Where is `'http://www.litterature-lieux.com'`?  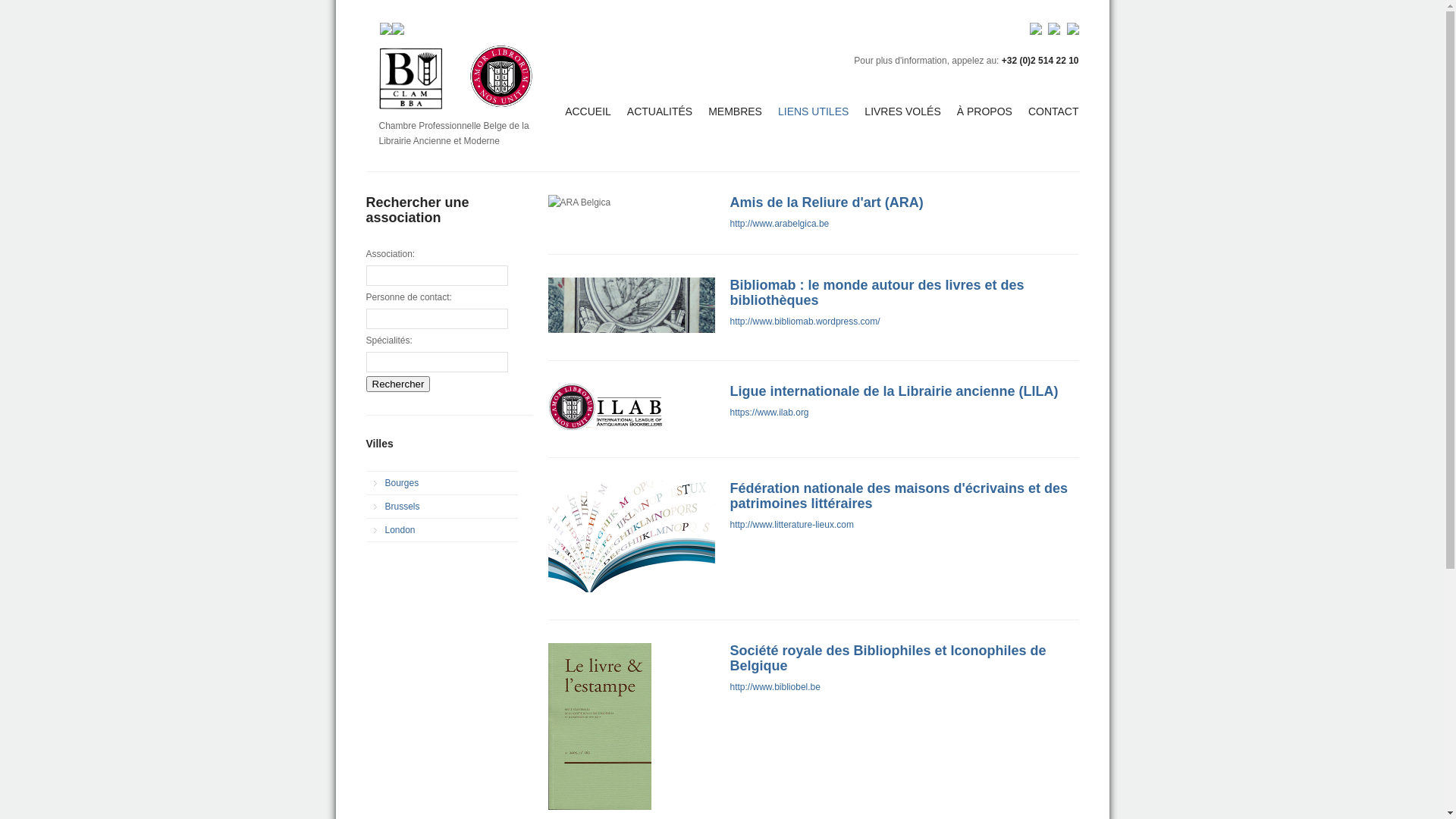
'http://www.litterature-lieux.com' is located at coordinates (790, 523).